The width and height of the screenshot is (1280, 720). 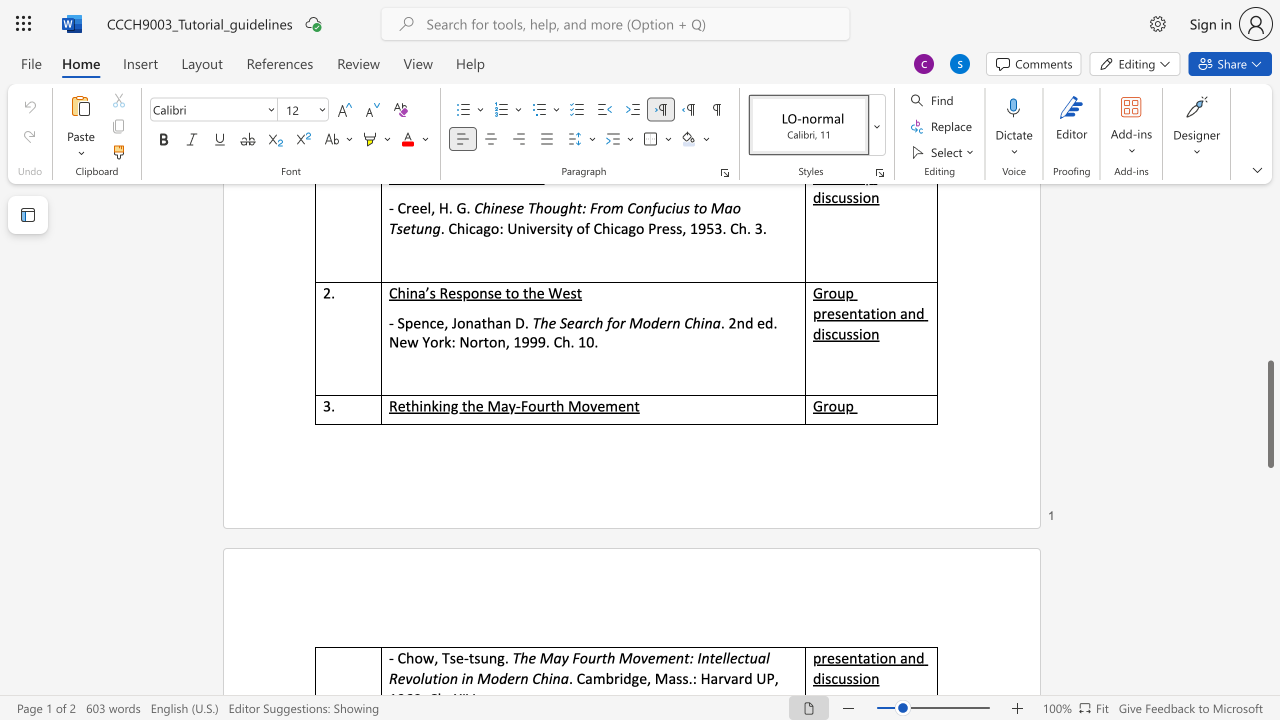 I want to click on the scrollbar to move the page up, so click(x=1269, y=300).